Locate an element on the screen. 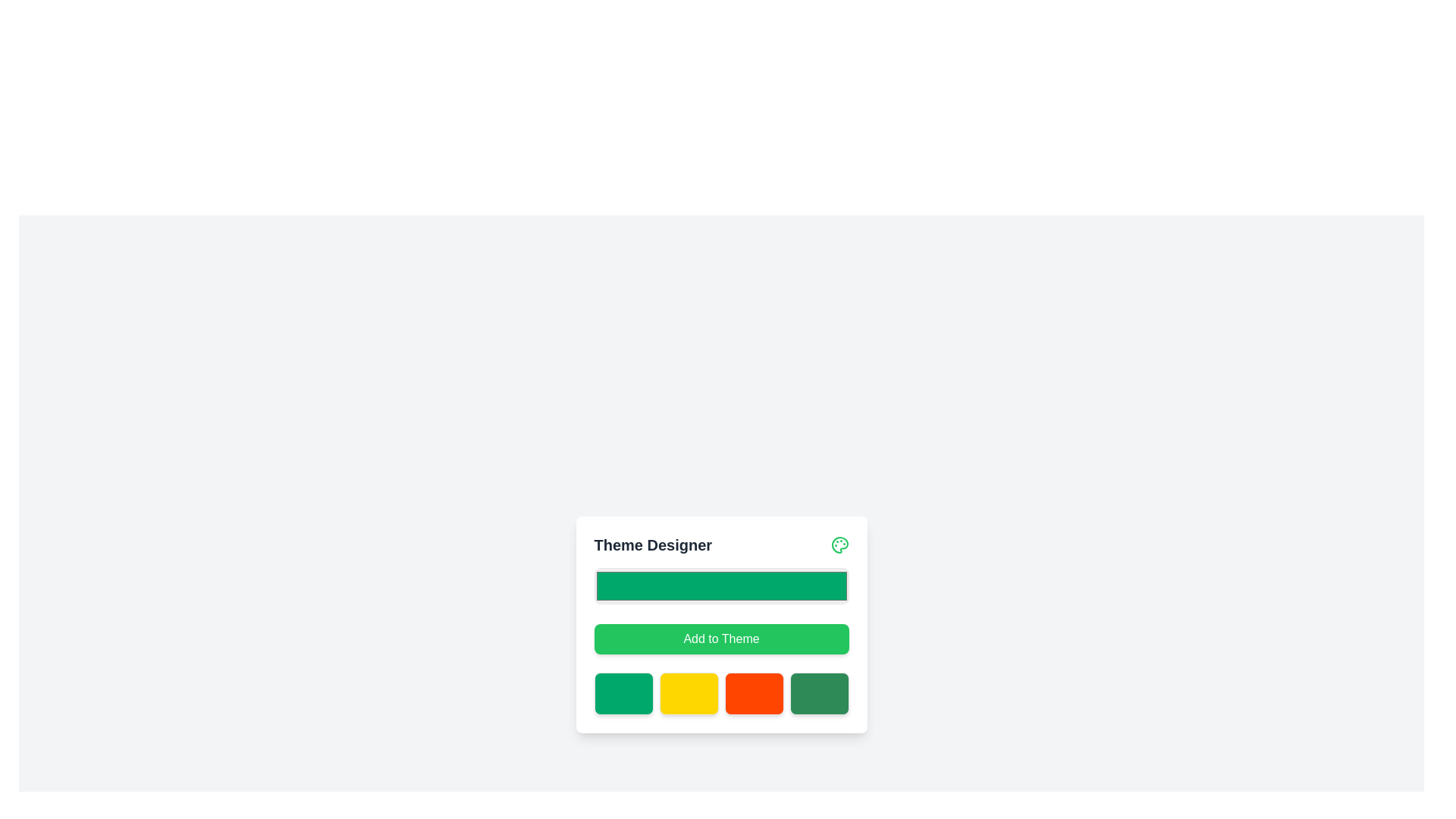 Image resolution: width=1456 pixels, height=819 pixels. the leftmost green button in the grid layout of the 'Theme Designer' panel is located at coordinates (623, 693).